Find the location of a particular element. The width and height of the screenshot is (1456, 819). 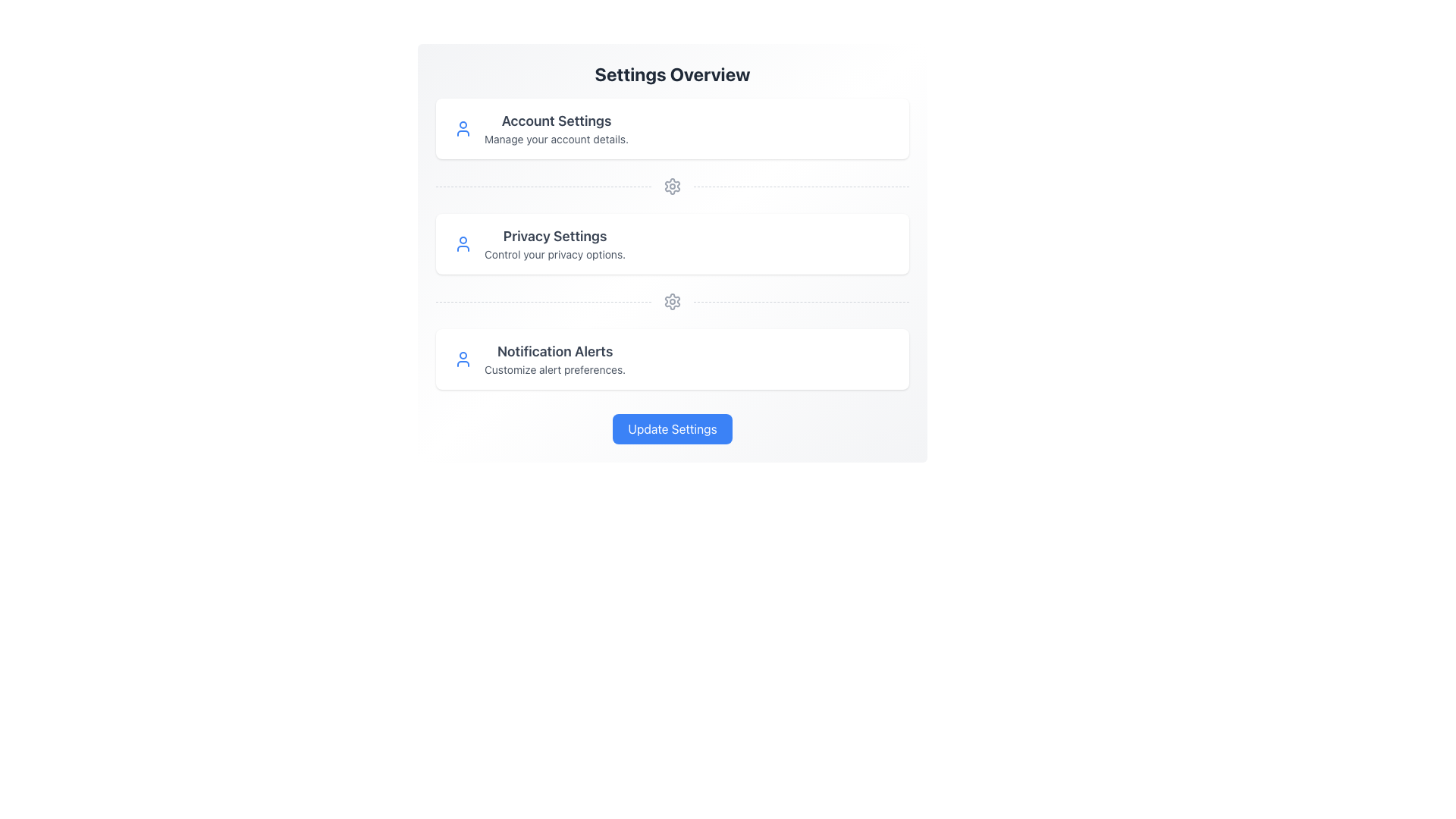

the decorative divider with icon located between the 'Privacy Settings' and 'Notification Alerts' sections in the settings panel is located at coordinates (672, 301).